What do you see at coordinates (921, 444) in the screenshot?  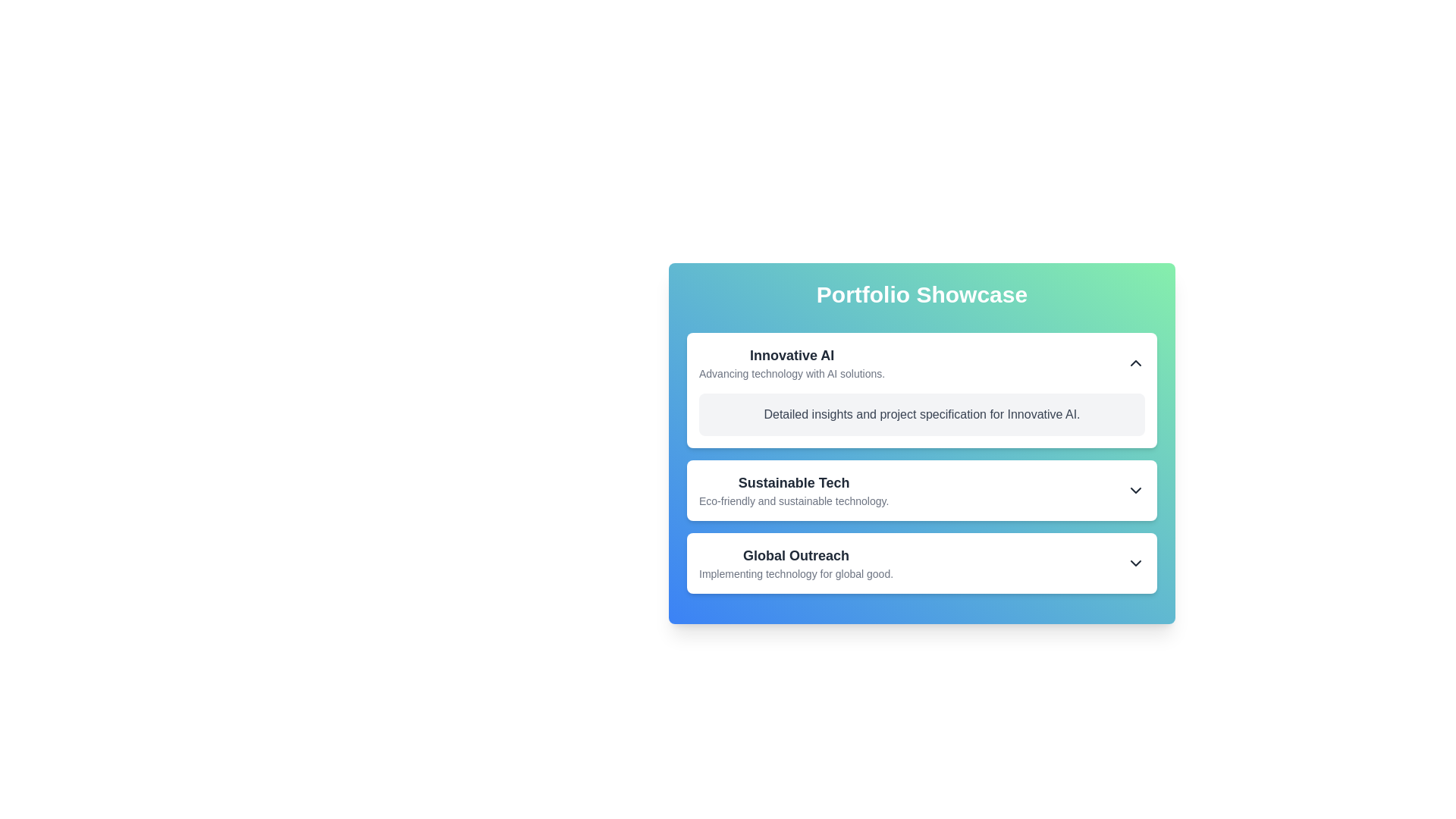 I see `the dropdown icon of the 'Innovative AI' expandable card in the Portfolio Showcase to toggle the display of additional information` at bounding box center [921, 444].